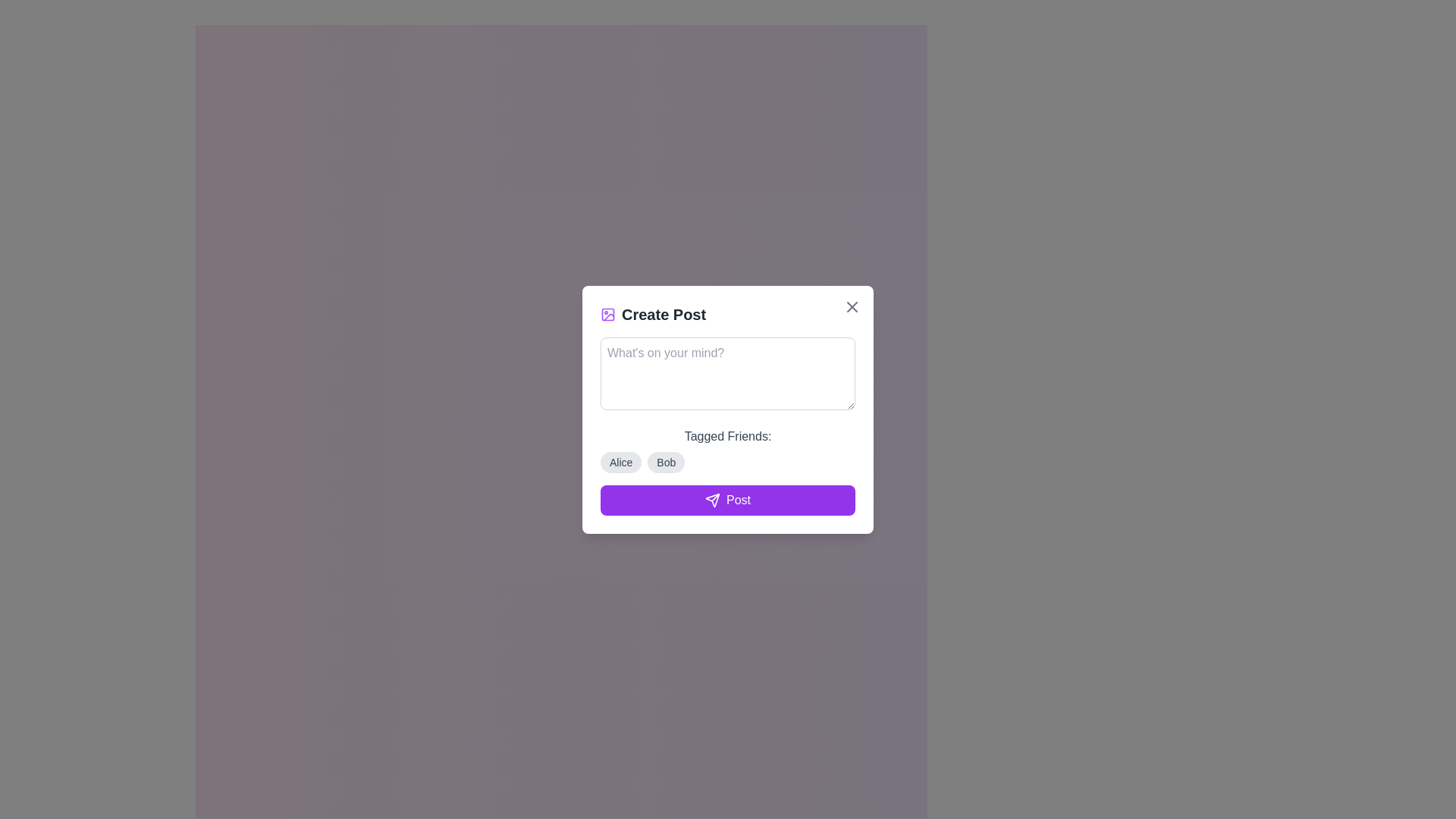 The height and width of the screenshot is (819, 1456). What do you see at coordinates (712, 500) in the screenshot?
I see `the 'Post' button icon, which is an SVG graphic located at the bottom of the 'Create Post' modal` at bounding box center [712, 500].